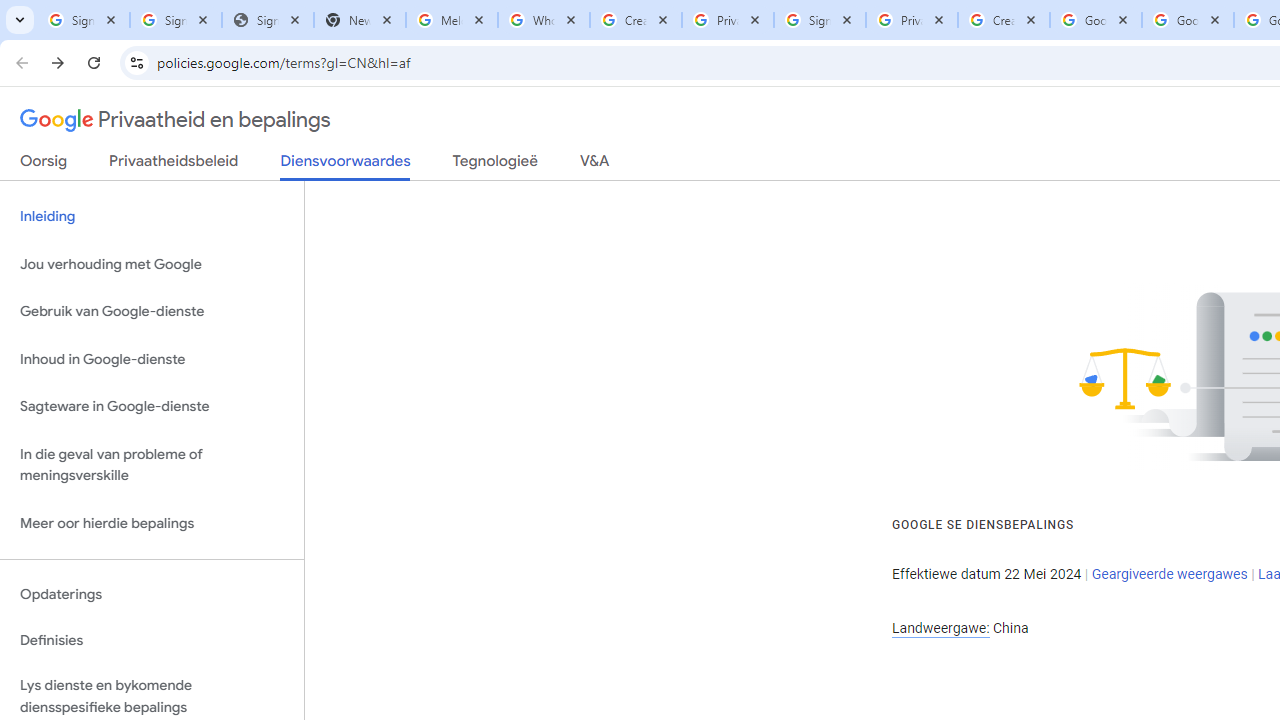  I want to click on 'Sign in - Google Accounts', so click(176, 20).